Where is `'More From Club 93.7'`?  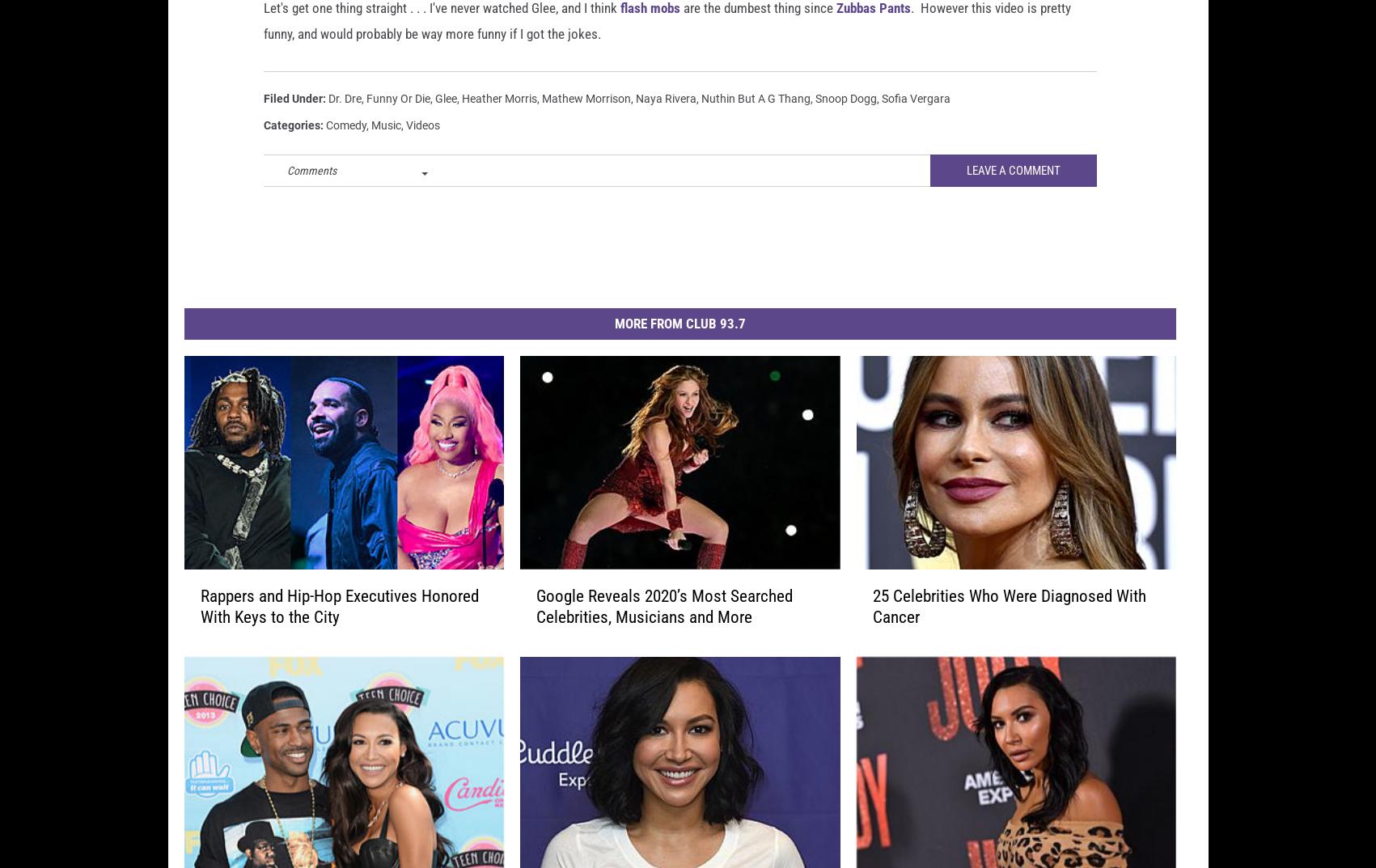
'More From Club 93.7' is located at coordinates (679, 349).